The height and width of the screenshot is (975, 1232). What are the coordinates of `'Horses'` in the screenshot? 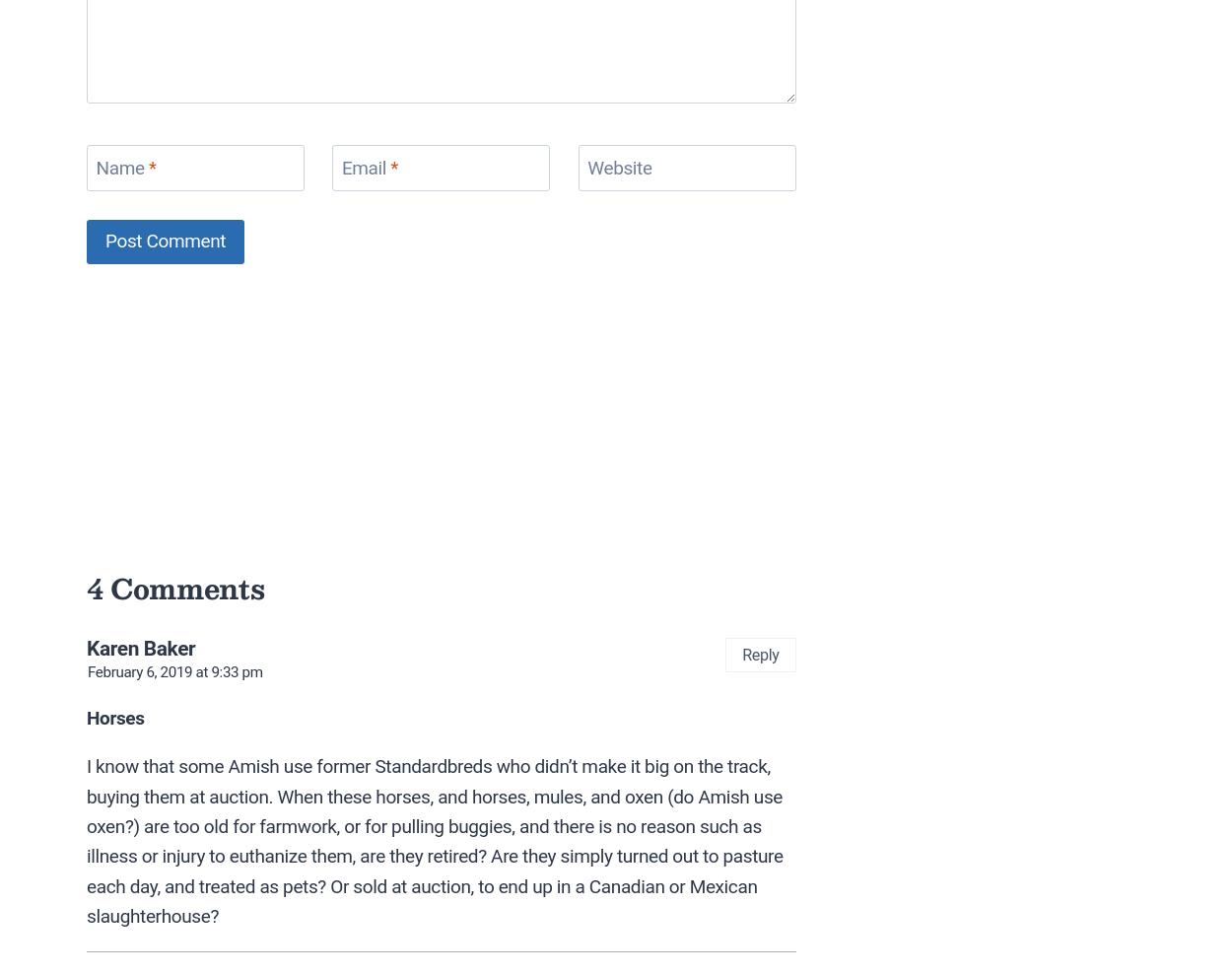 It's located at (114, 717).